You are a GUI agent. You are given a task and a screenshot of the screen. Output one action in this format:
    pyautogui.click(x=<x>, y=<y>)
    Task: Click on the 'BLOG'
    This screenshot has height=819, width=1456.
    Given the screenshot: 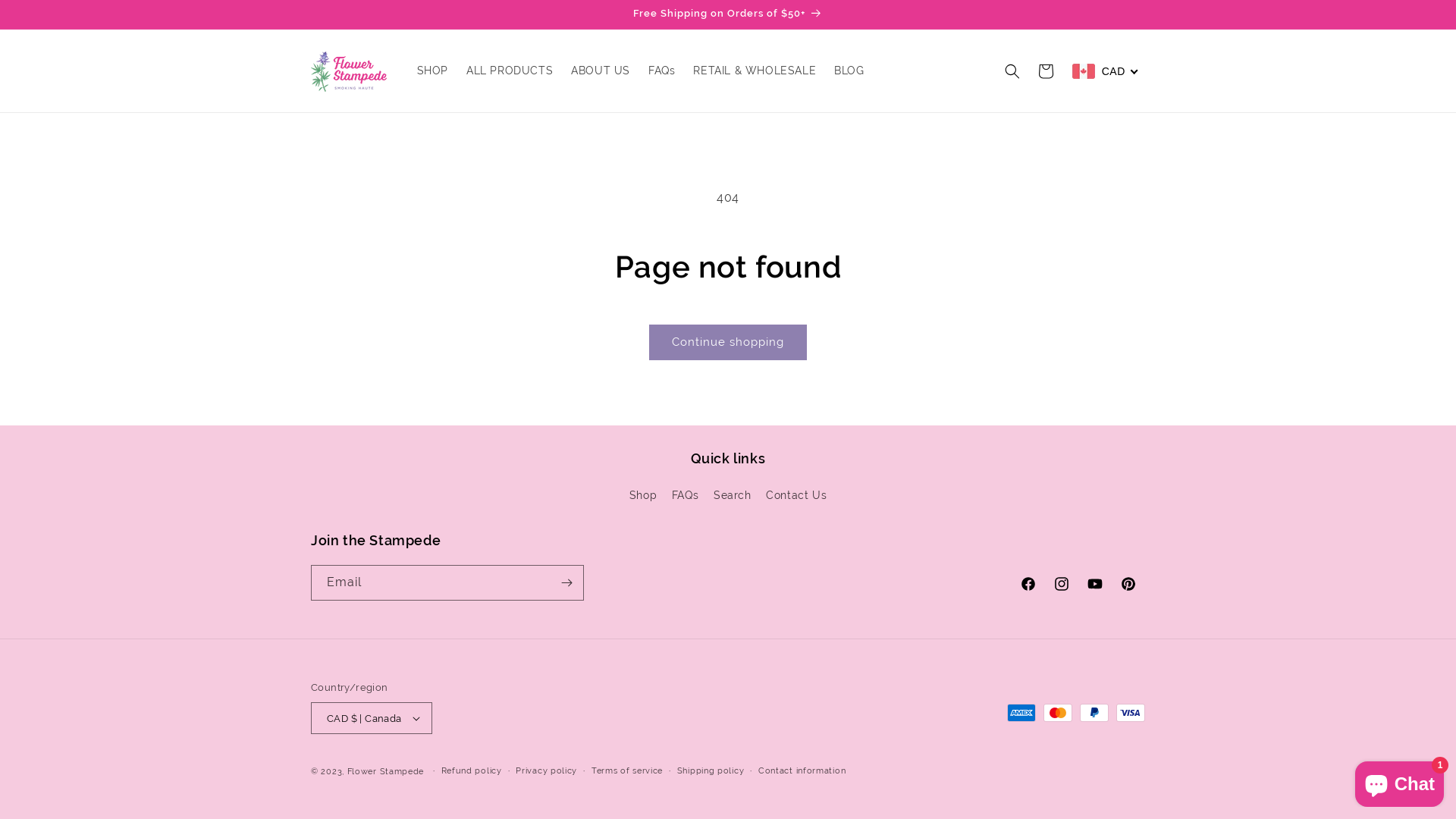 What is the action you would take?
    pyautogui.click(x=848, y=70)
    